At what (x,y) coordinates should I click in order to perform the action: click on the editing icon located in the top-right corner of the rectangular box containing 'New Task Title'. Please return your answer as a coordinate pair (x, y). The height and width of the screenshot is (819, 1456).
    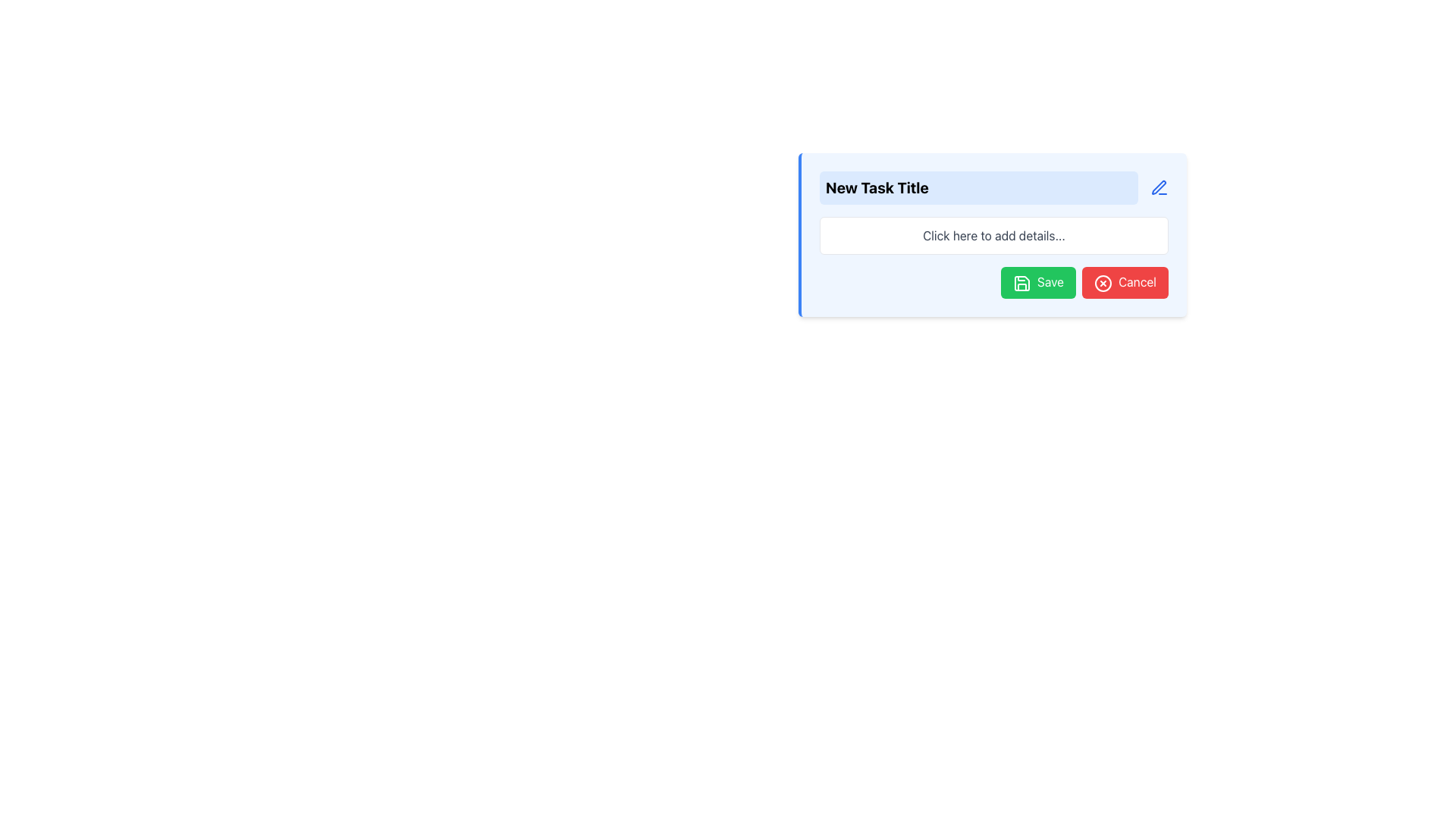
    Looking at the image, I should click on (1158, 187).